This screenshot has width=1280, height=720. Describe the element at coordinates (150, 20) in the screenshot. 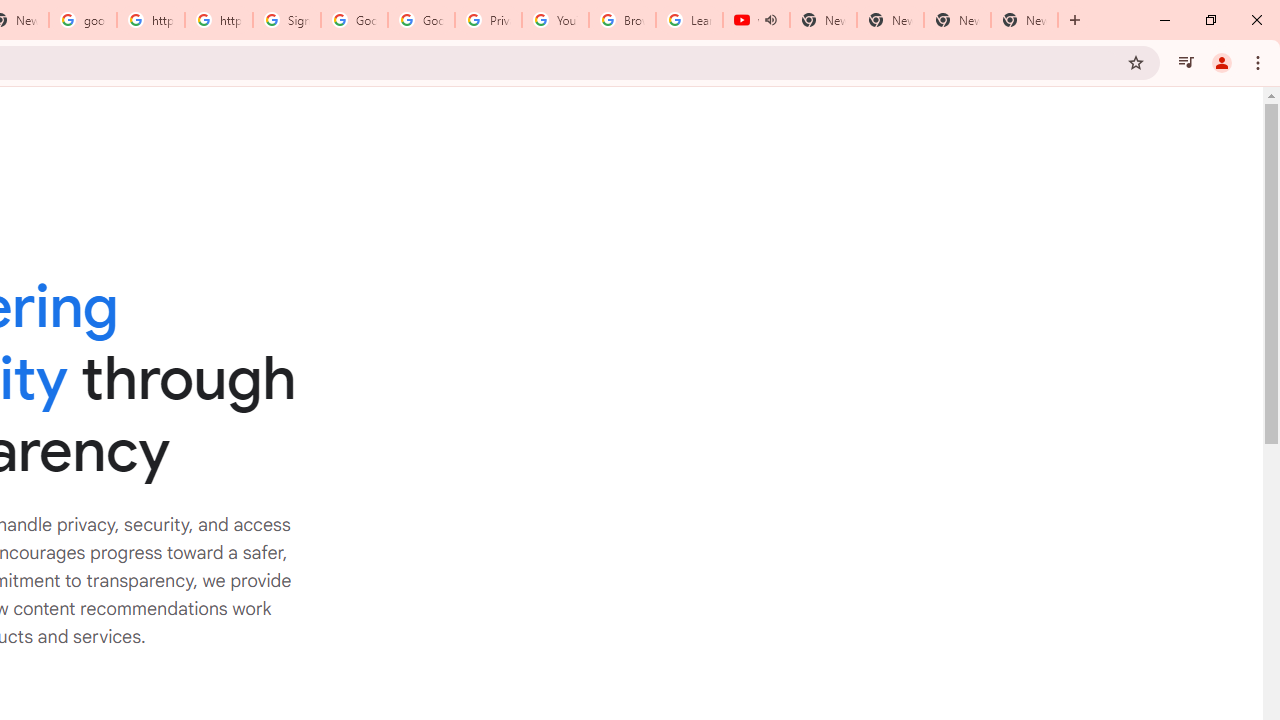

I see `'https://scholar.google.com/'` at that location.